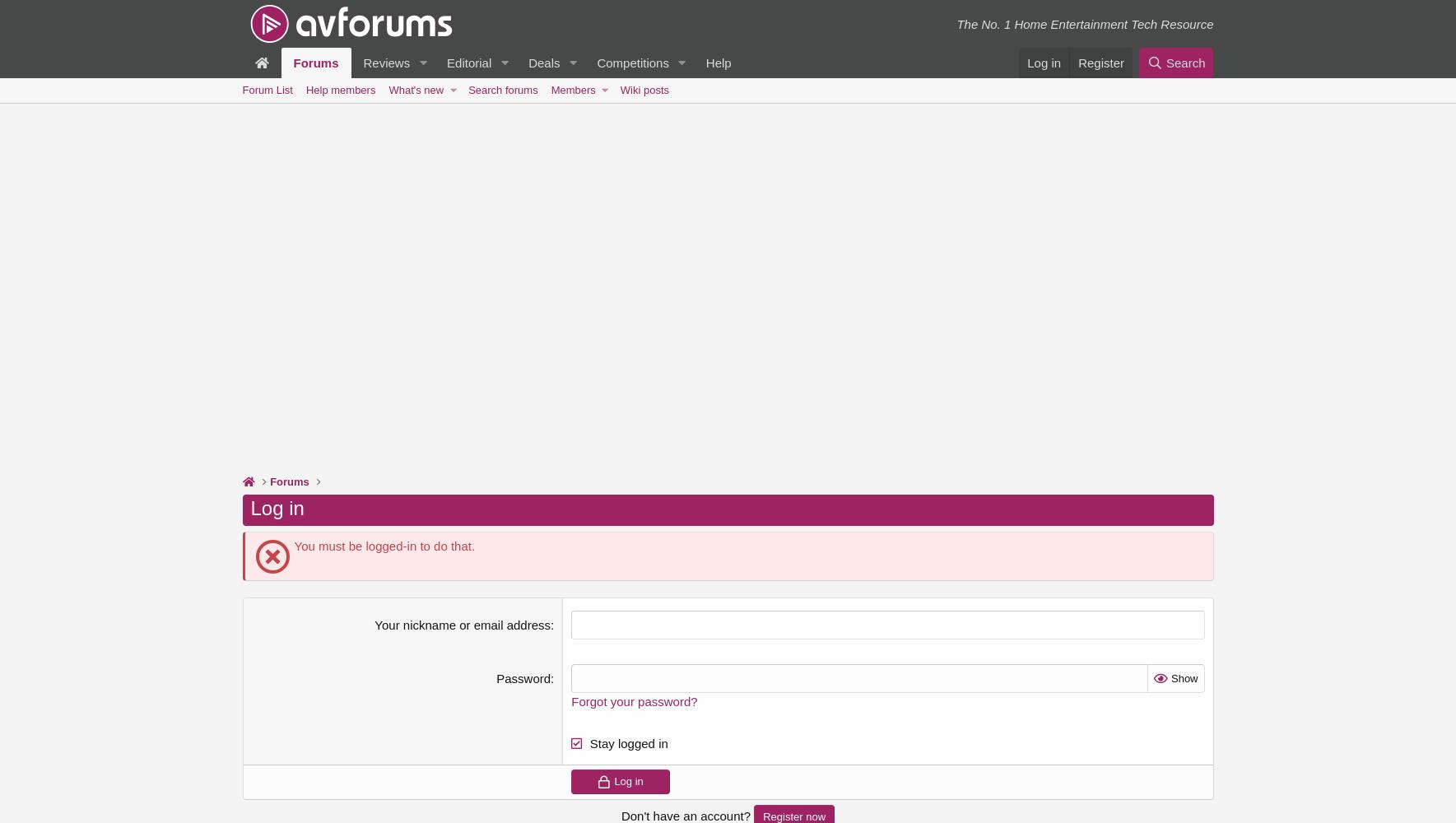 This screenshot has width=1456, height=823. What do you see at coordinates (468, 62) in the screenshot?
I see `'Editorial'` at bounding box center [468, 62].